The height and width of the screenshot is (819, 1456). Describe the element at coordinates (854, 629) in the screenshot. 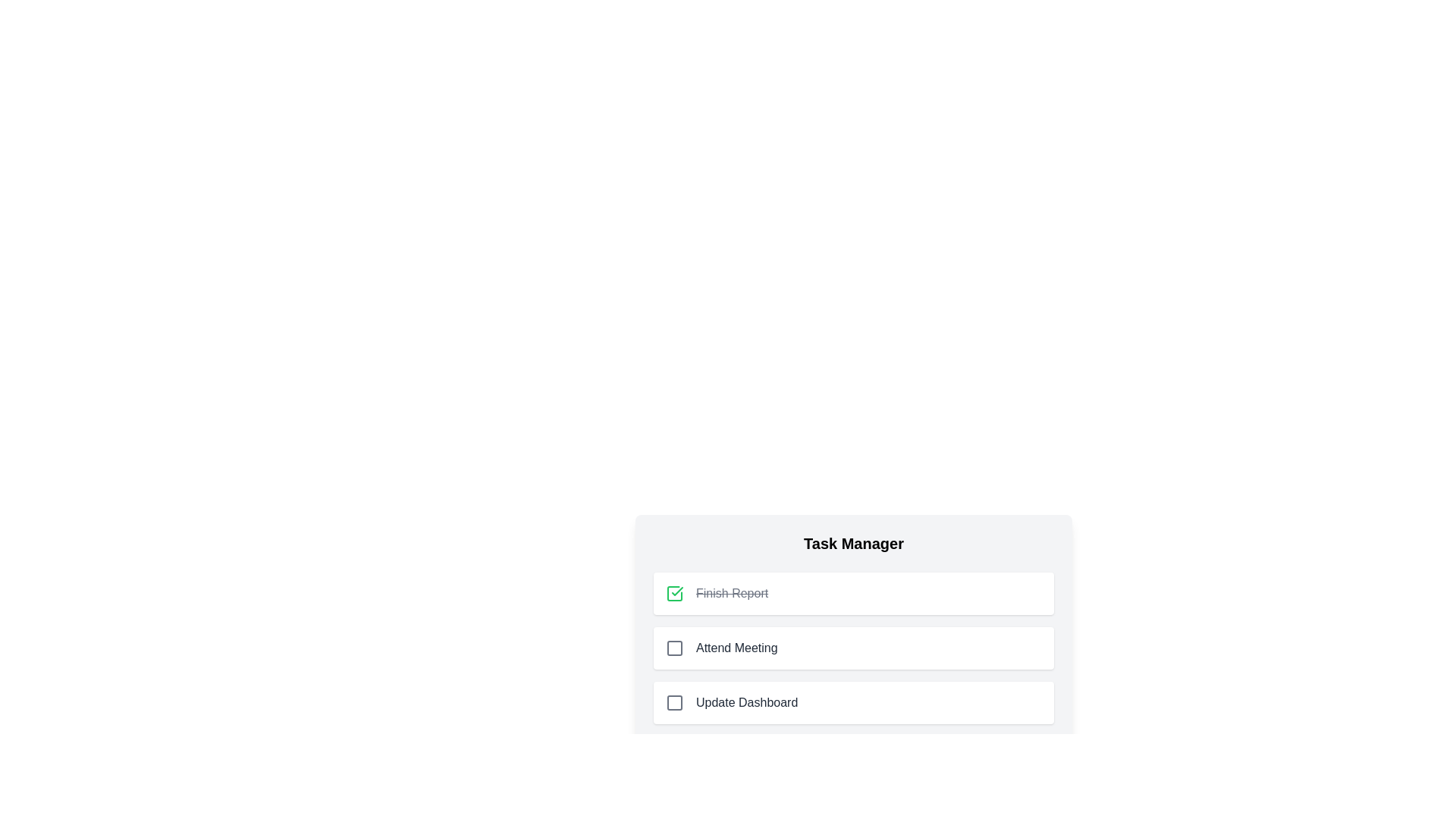

I see `the 'Attend Meeting' checklist item` at that location.